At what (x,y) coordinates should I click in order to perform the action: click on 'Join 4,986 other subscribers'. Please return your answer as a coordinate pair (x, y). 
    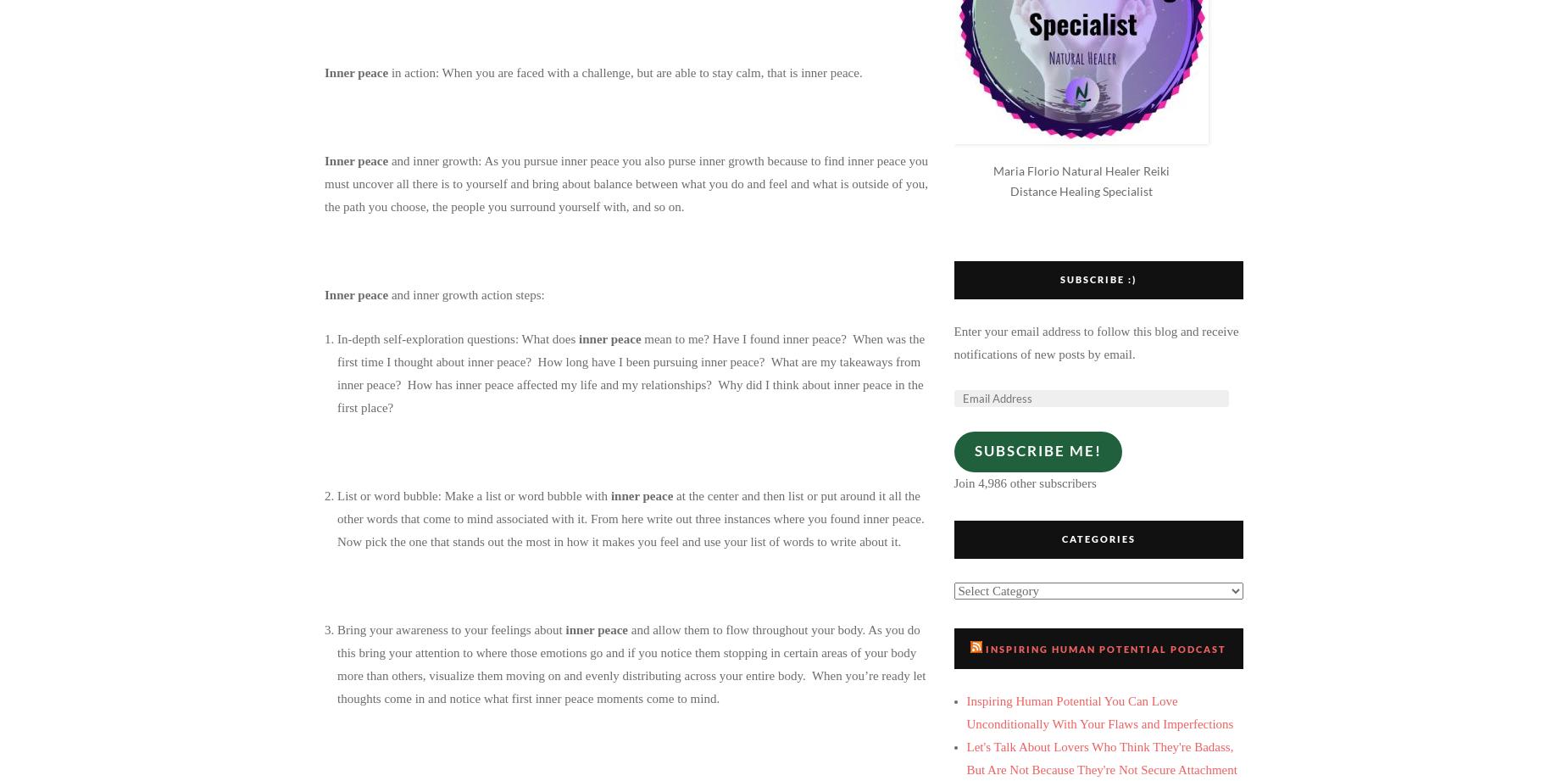
    Looking at the image, I should click on (1023, 481).